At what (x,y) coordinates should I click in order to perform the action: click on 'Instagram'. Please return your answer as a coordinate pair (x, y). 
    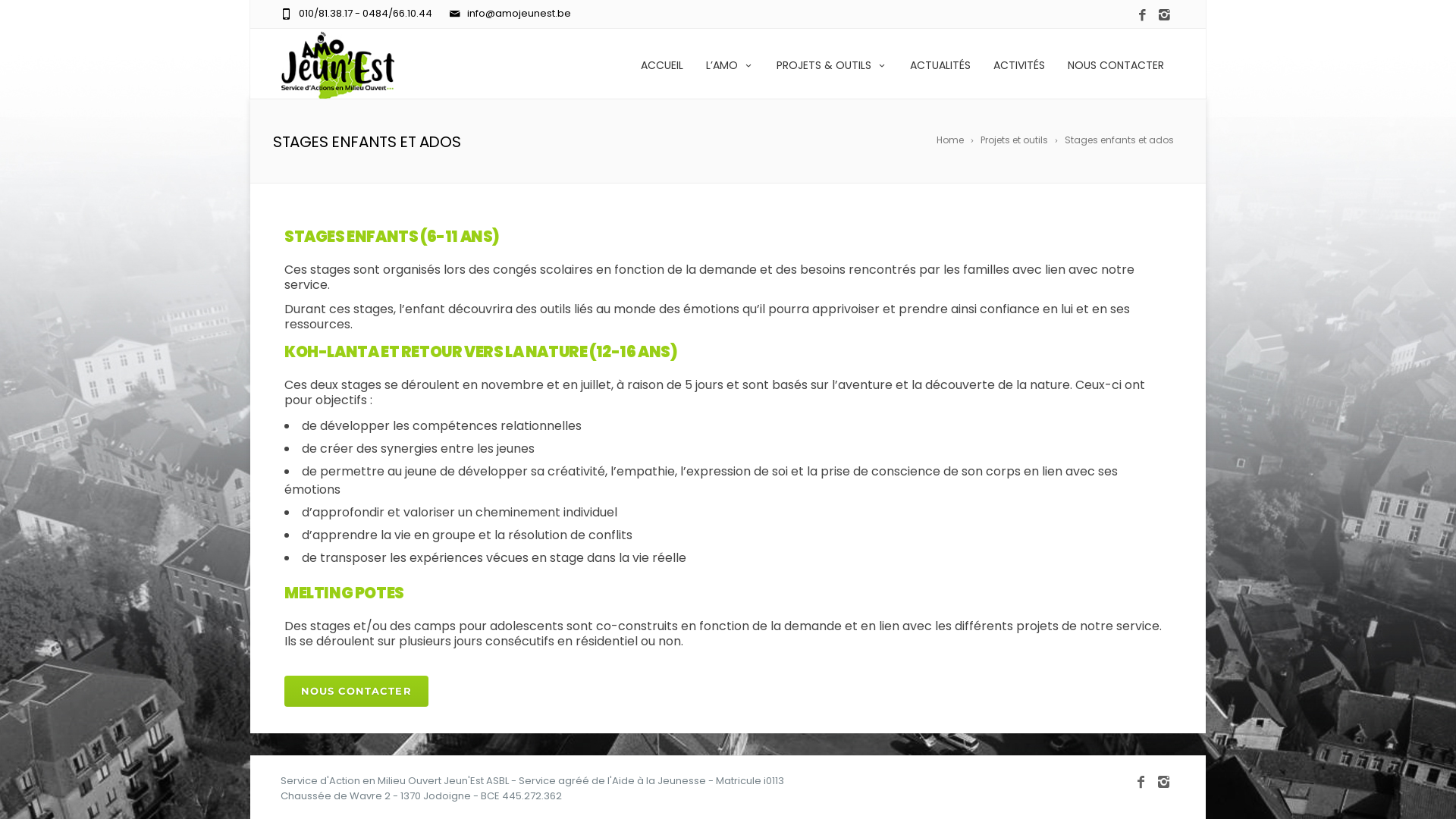
    Looking at the image, I should click on (1163, 781).